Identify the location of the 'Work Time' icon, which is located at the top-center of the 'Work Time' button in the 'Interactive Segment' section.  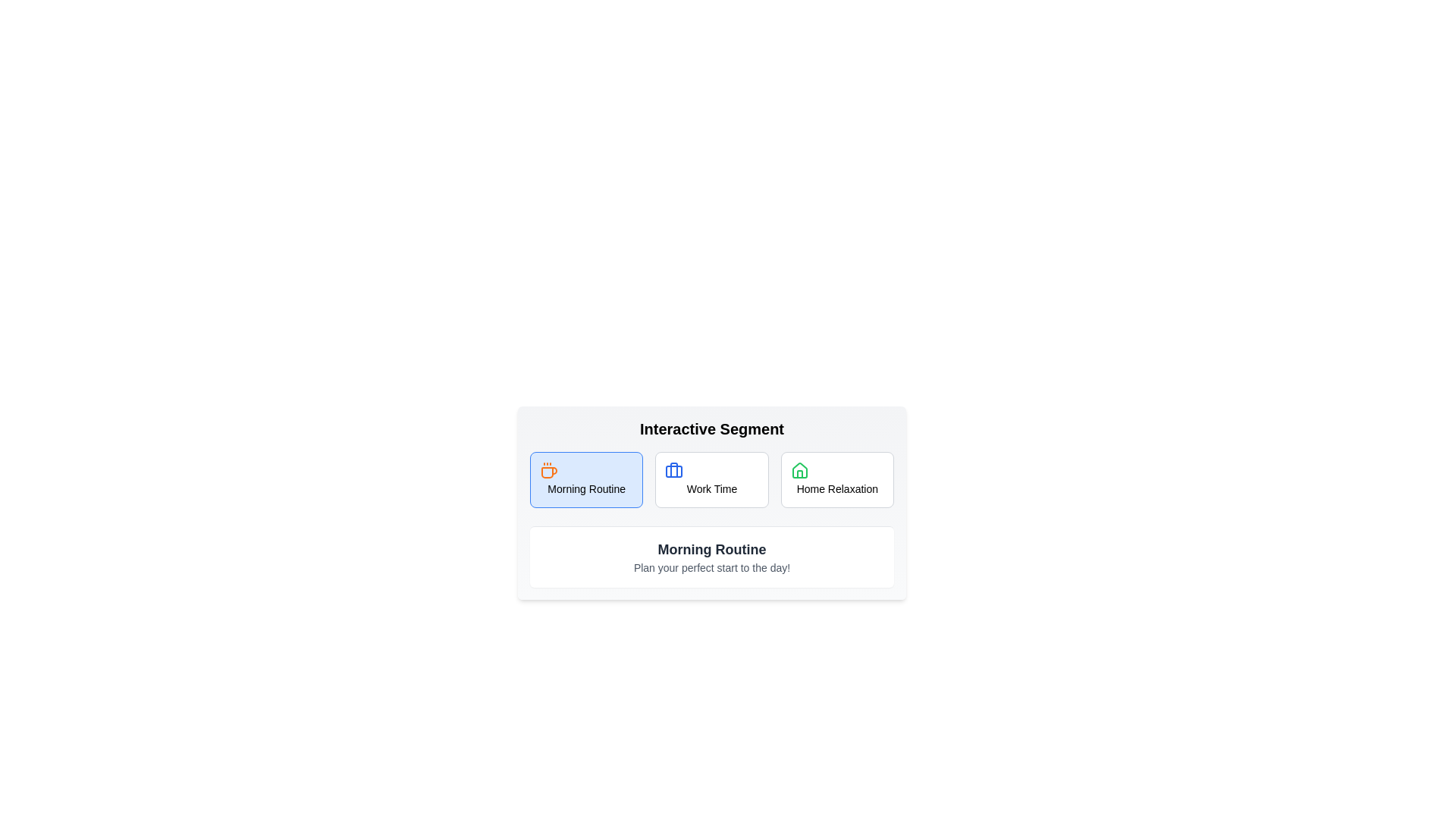
(673, 470).